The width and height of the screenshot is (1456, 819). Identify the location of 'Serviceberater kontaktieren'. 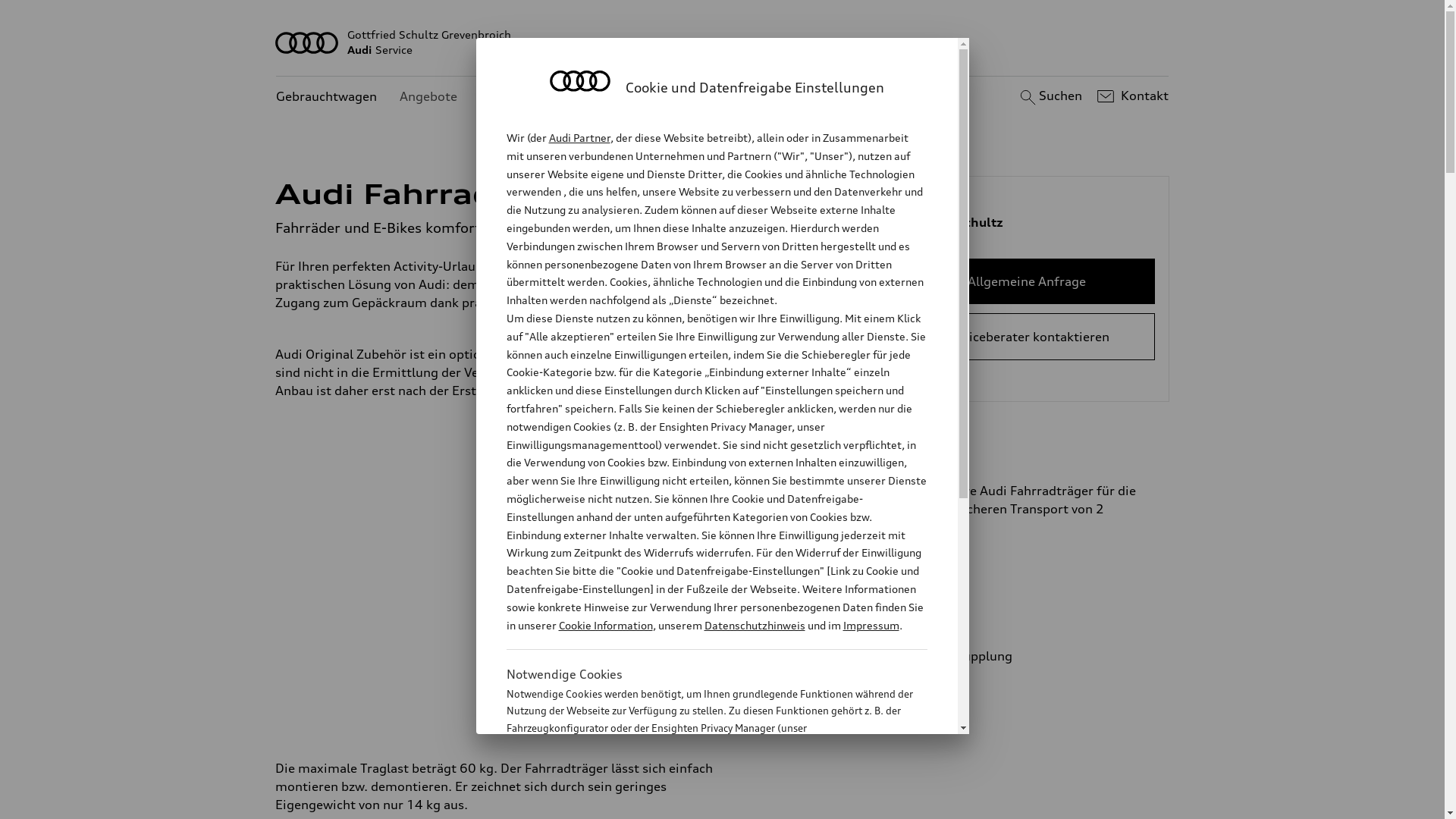
(1026, 335).